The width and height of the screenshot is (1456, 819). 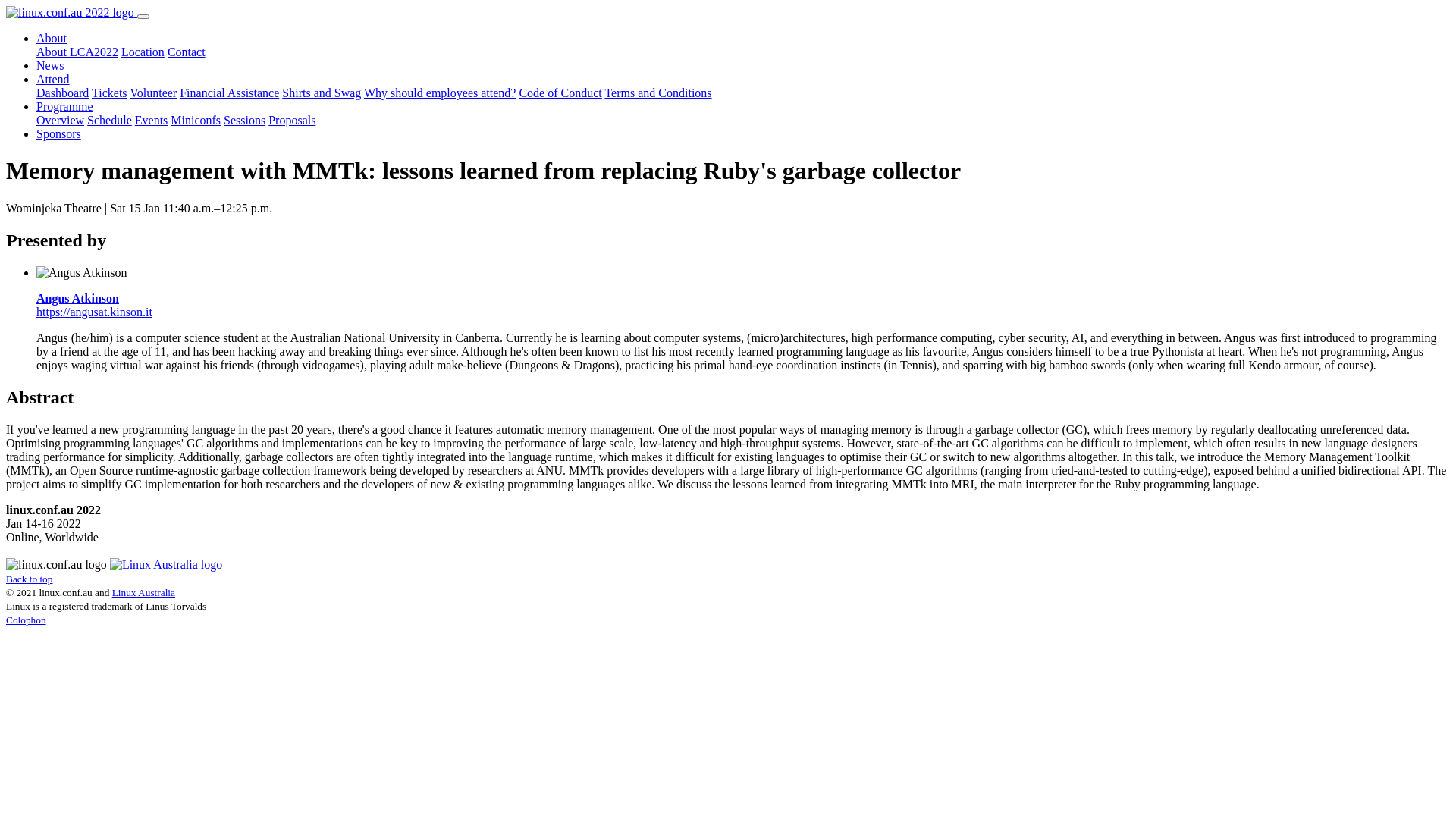 What do you see at coordinates (60, 119) in the screenshot?
I see `'Overview'` at bounding box center [60, 119].